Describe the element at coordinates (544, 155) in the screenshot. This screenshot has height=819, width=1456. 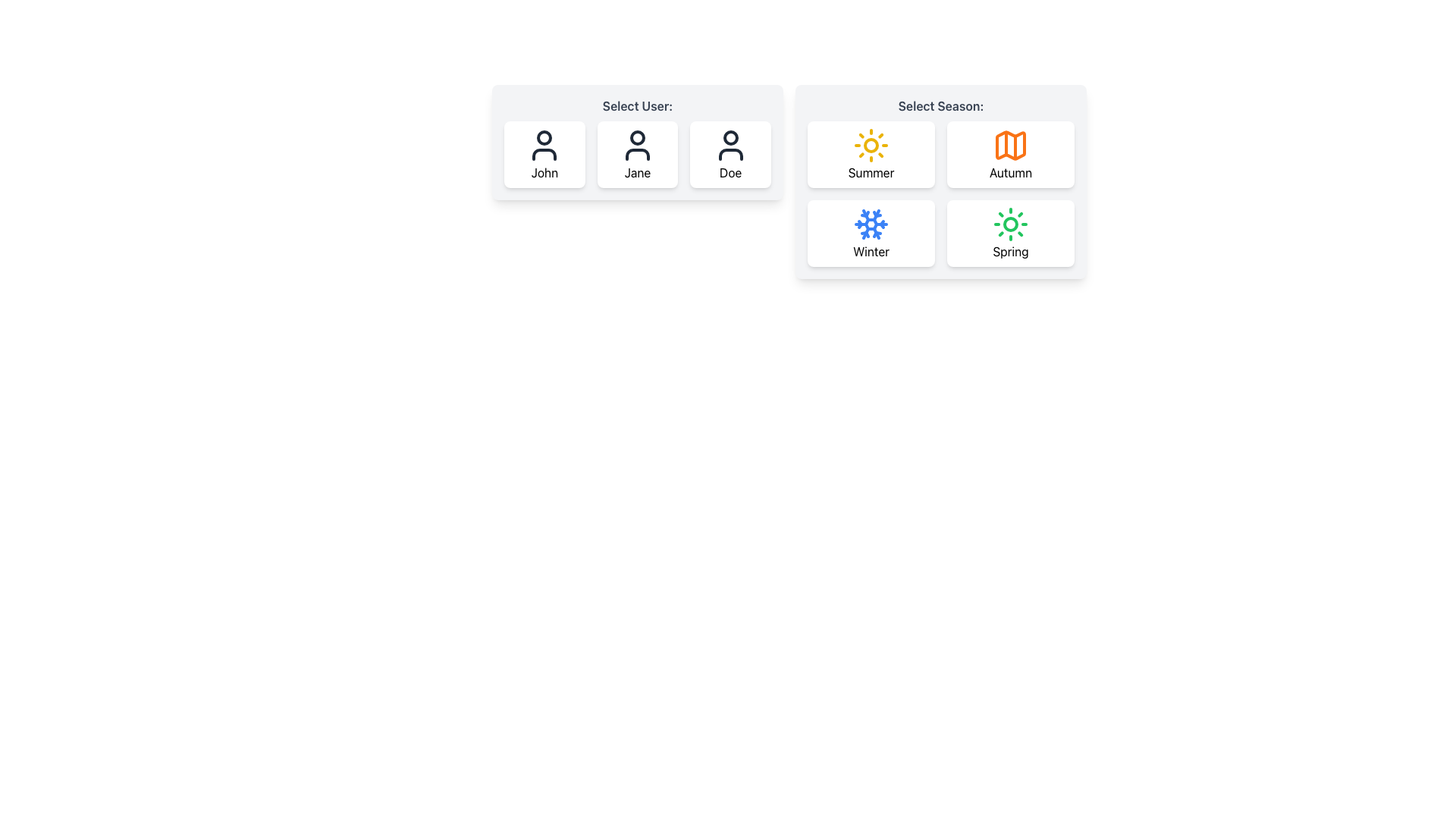
I see `the torso of the user profile icon representing 'John' in the 'Select User:' section, located in the top left group of the interface` at that location.